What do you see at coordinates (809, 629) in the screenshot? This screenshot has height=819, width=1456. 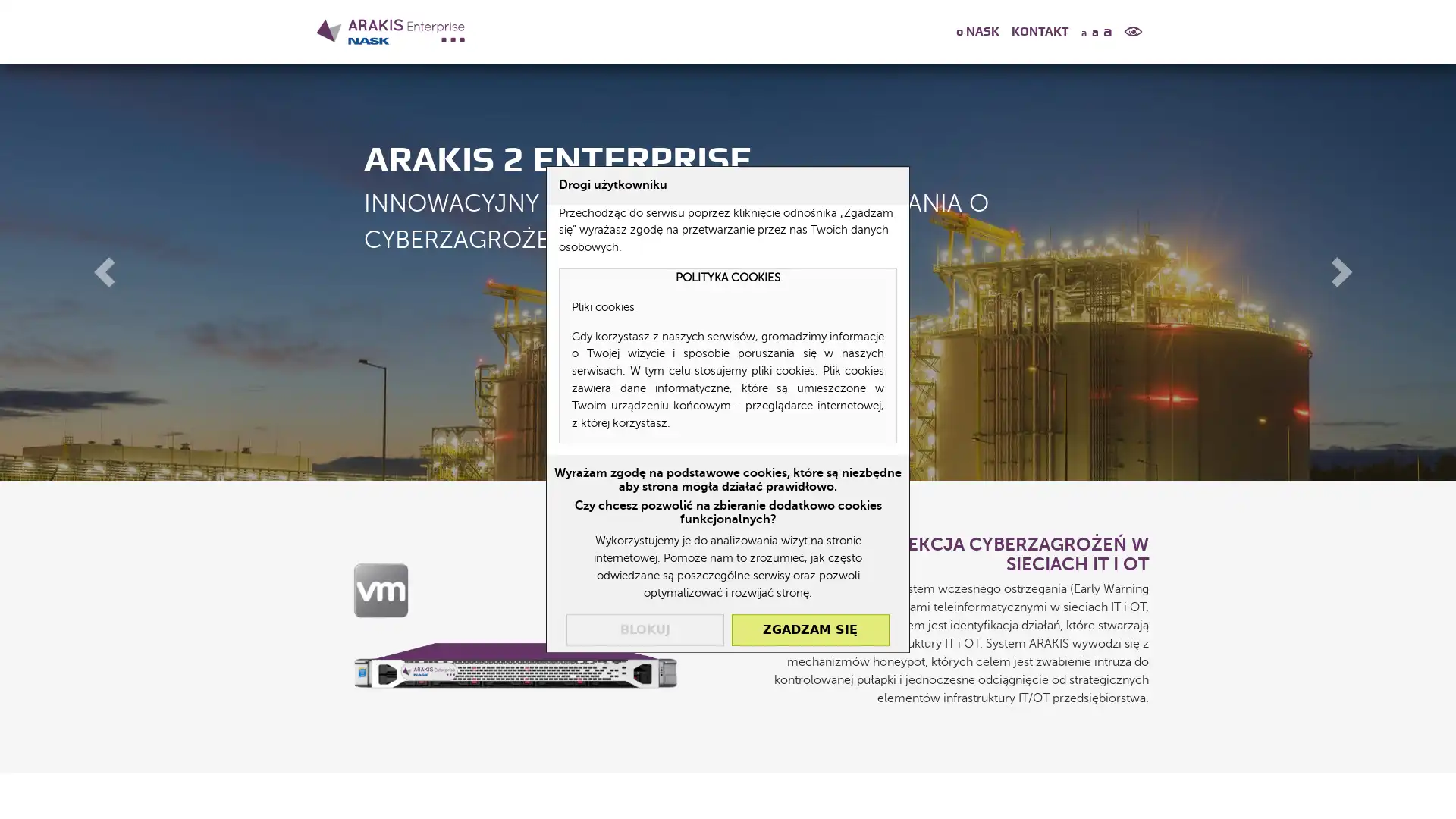 I see `ZGADZAM SIE` at bounding box center [809, 629].